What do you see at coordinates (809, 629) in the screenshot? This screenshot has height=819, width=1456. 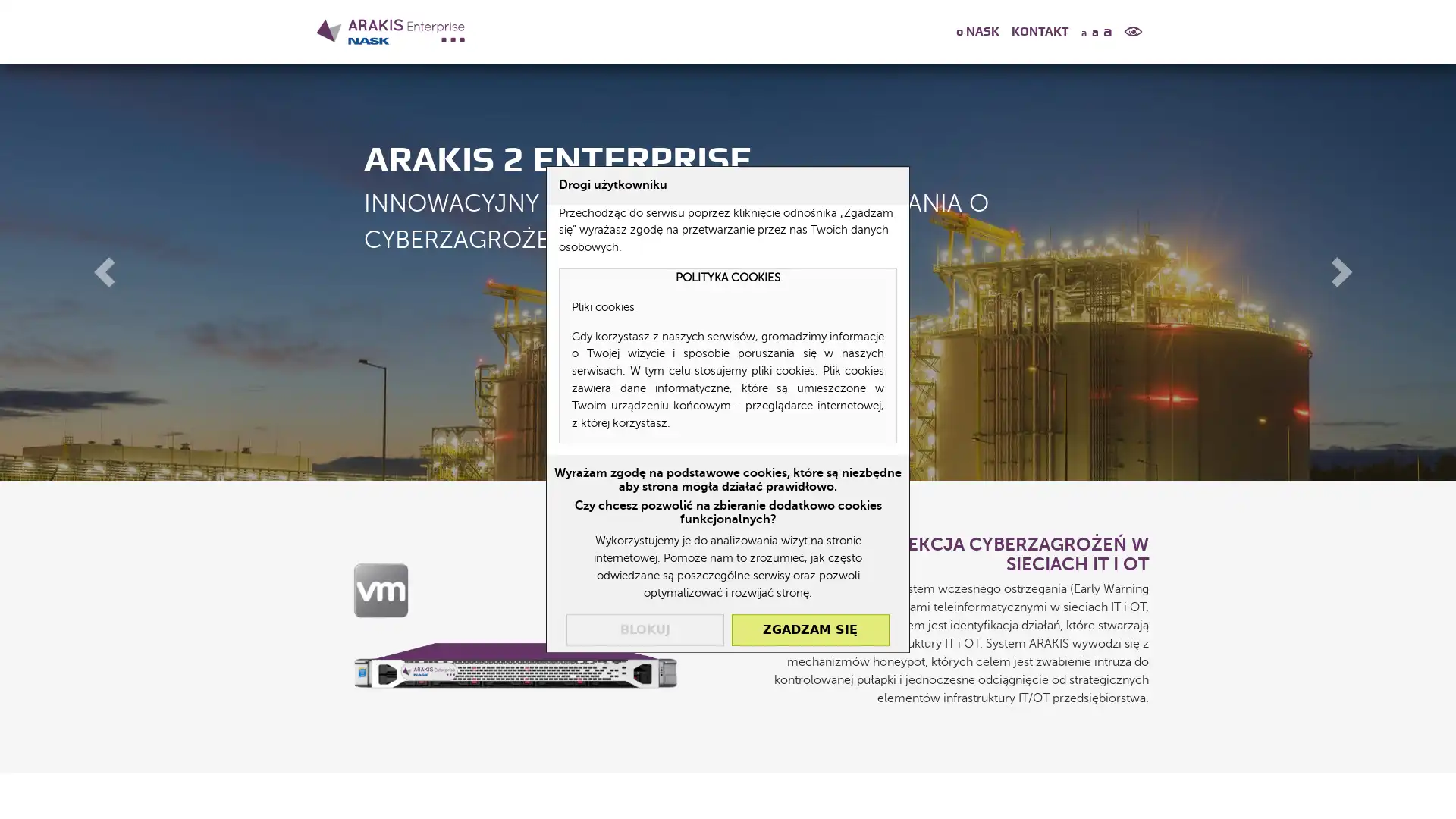 I see `ZGADZAM SIE` at bounding box center [809, 629].